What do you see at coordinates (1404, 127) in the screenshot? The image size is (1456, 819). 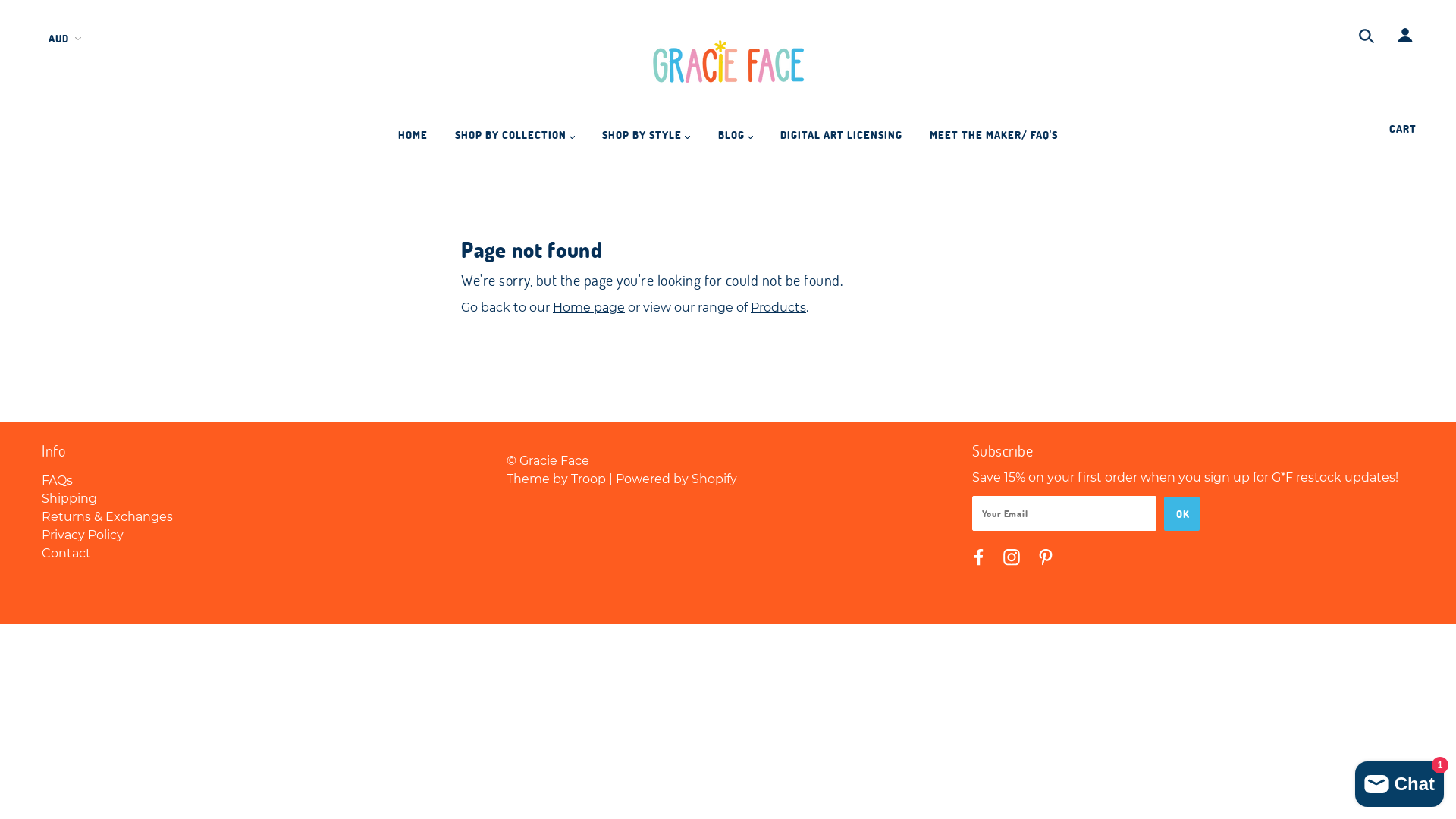 I see `'CART'` at bounding box center [1404, 127].